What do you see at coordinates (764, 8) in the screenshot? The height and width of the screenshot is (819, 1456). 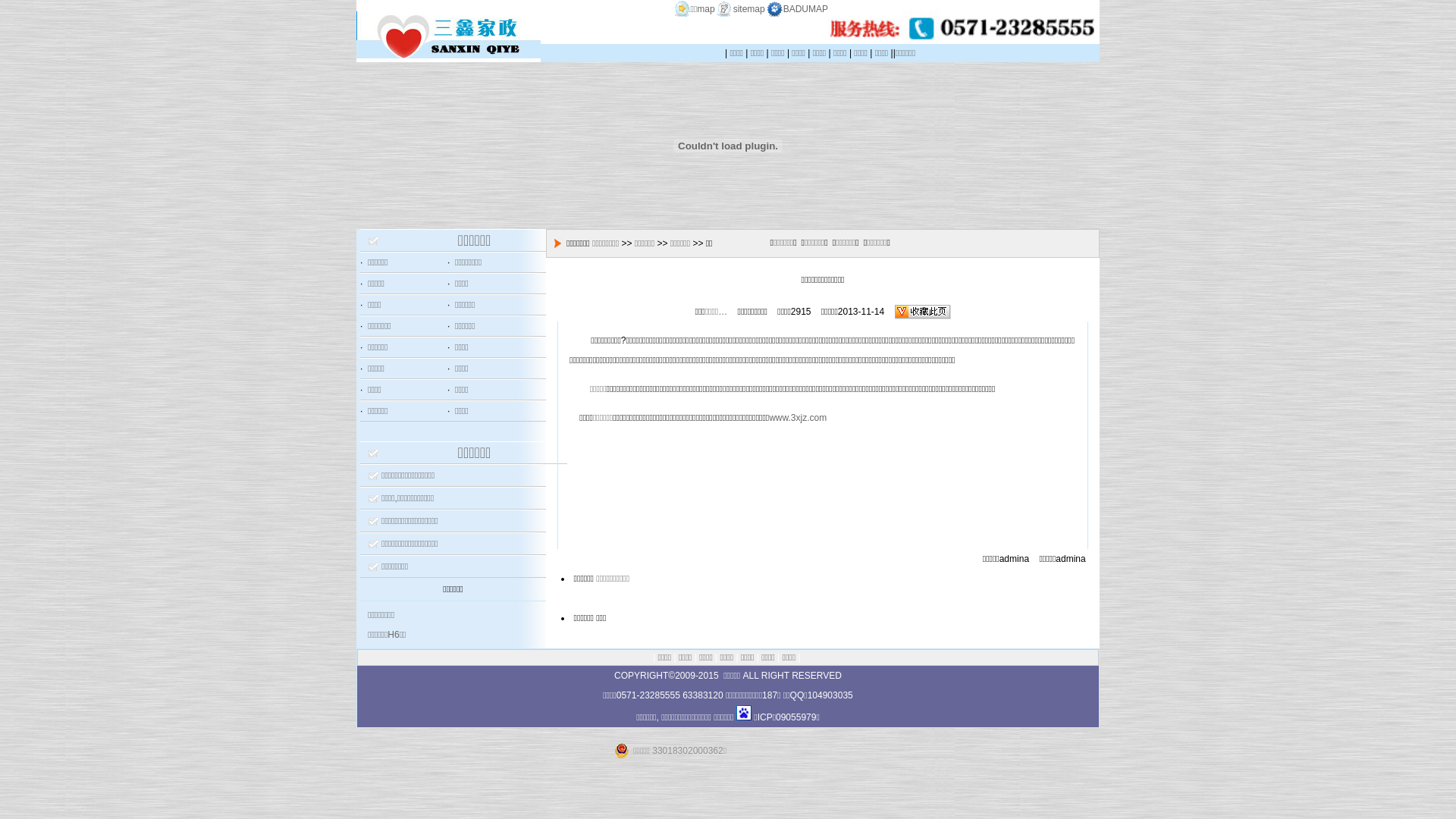 I see `'BADUMAP'` at bounding box center [764, 8].